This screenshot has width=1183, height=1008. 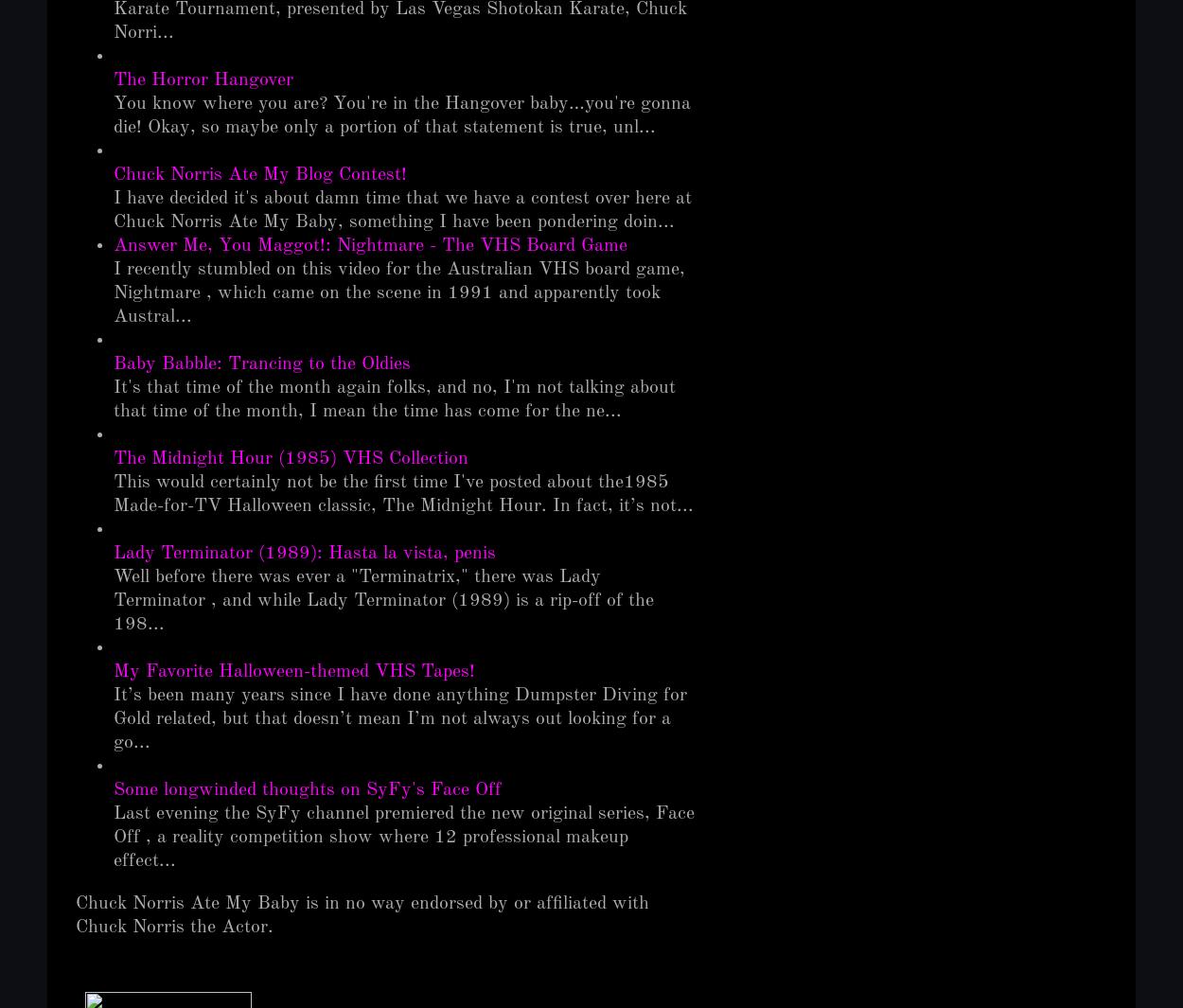 What do you see at coordinates (383, 599) in the screenshot?
I see `'Well before there was ever a "Terminatrix," there was Lady Terminator , and while Lady Terminator  (1989) is a rip-off of the 198...'` at bounding box center [383, 599].